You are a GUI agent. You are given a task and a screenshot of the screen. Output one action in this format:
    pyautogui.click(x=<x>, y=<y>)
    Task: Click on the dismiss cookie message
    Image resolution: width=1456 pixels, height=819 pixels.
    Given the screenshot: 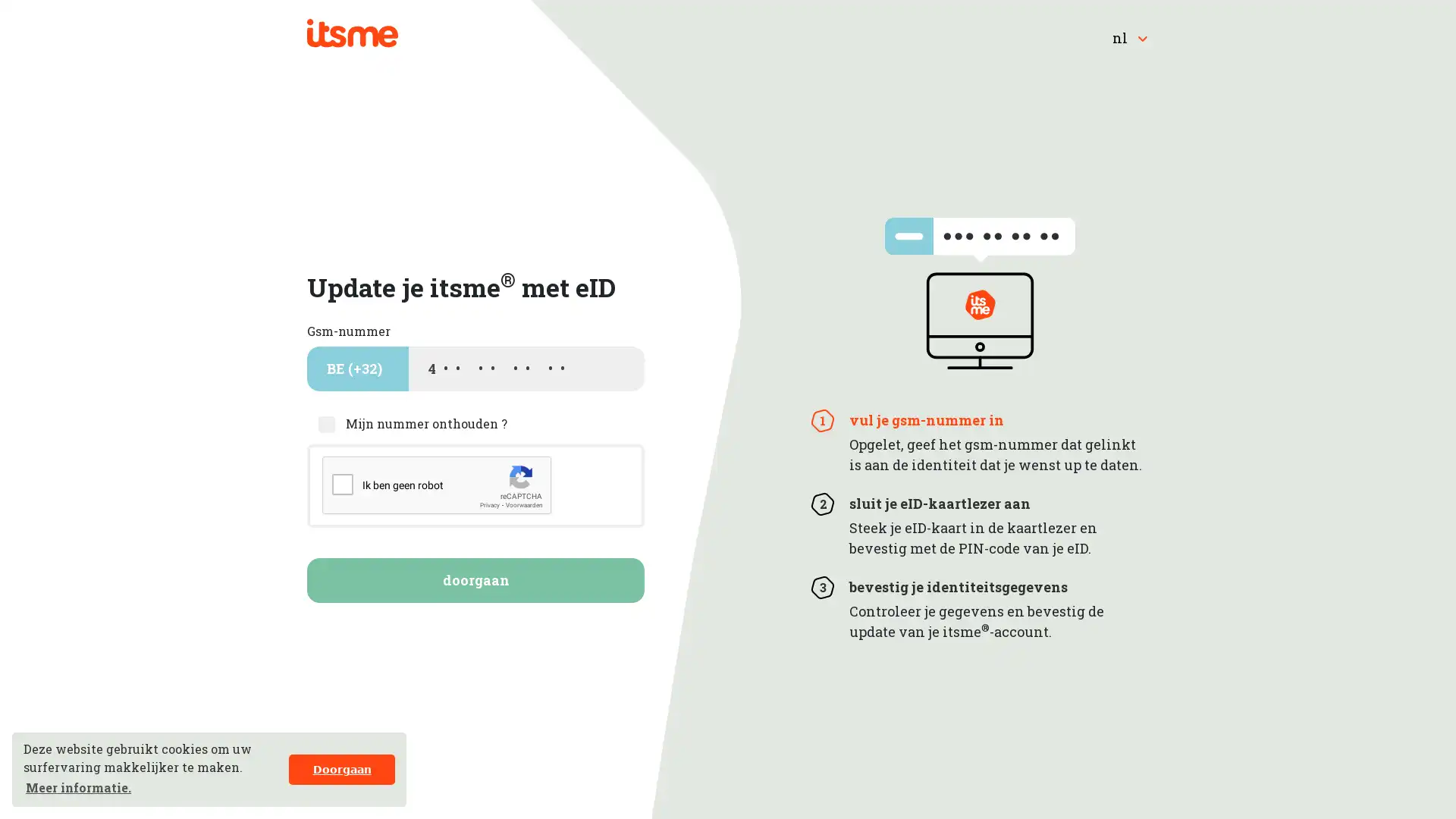 What is the action you would take?
    pyautogui.click(x=341, y=769)
    